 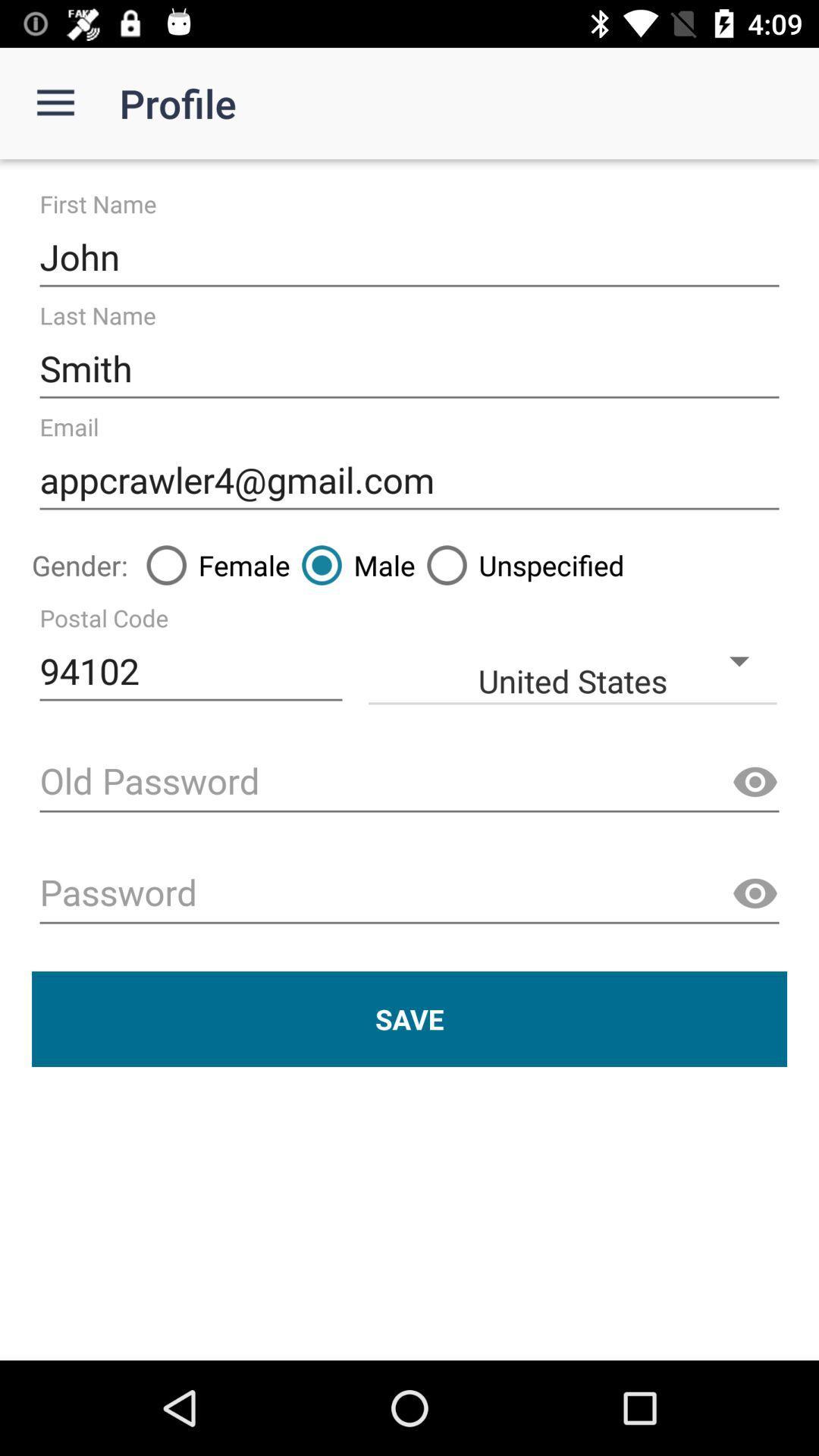 I want to click on the item above the united states icon, so click(x=353, y=564).